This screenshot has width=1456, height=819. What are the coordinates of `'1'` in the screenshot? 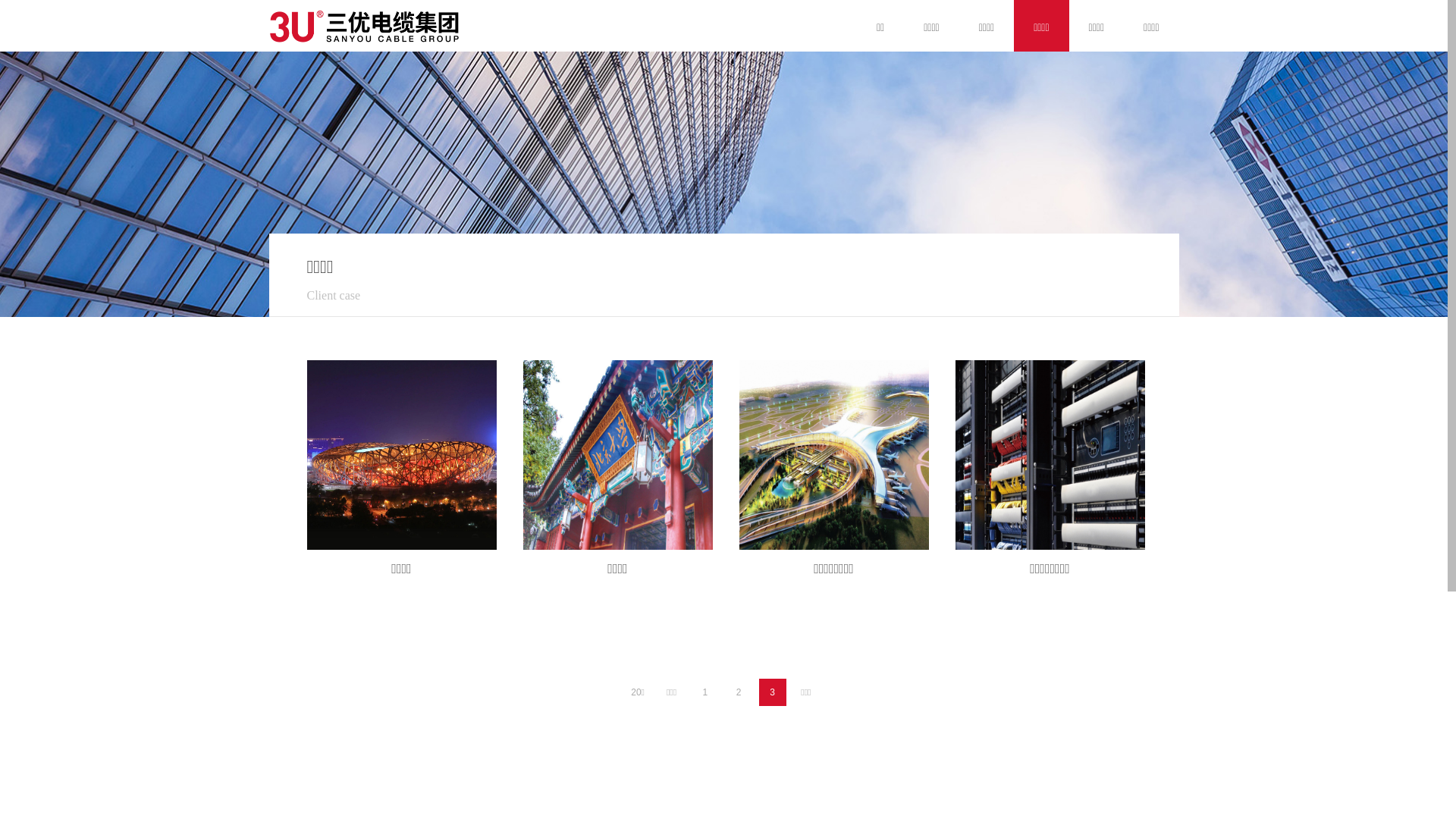 It's located at (704, 692).